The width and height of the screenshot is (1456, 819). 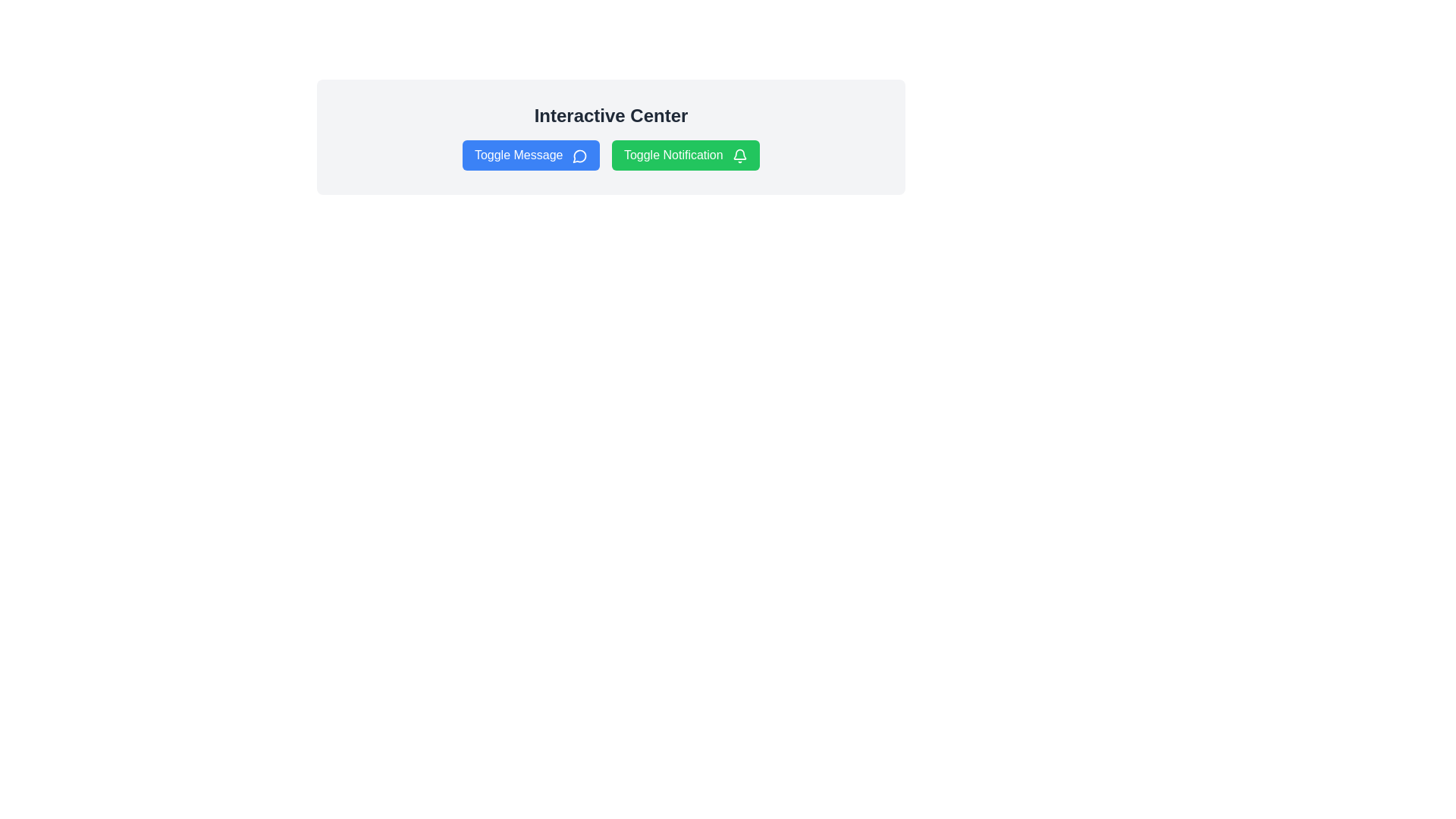 What do you see at coordinates (579, 156) in the screenshot?
I see `the visual representation of the circular blue speech bubble icon with a white interior and a rounded tail, located within the 'Toggle Message' button on the left side of the horizontal button set under 'Interactive Center'` at bounding box center [579, 156].